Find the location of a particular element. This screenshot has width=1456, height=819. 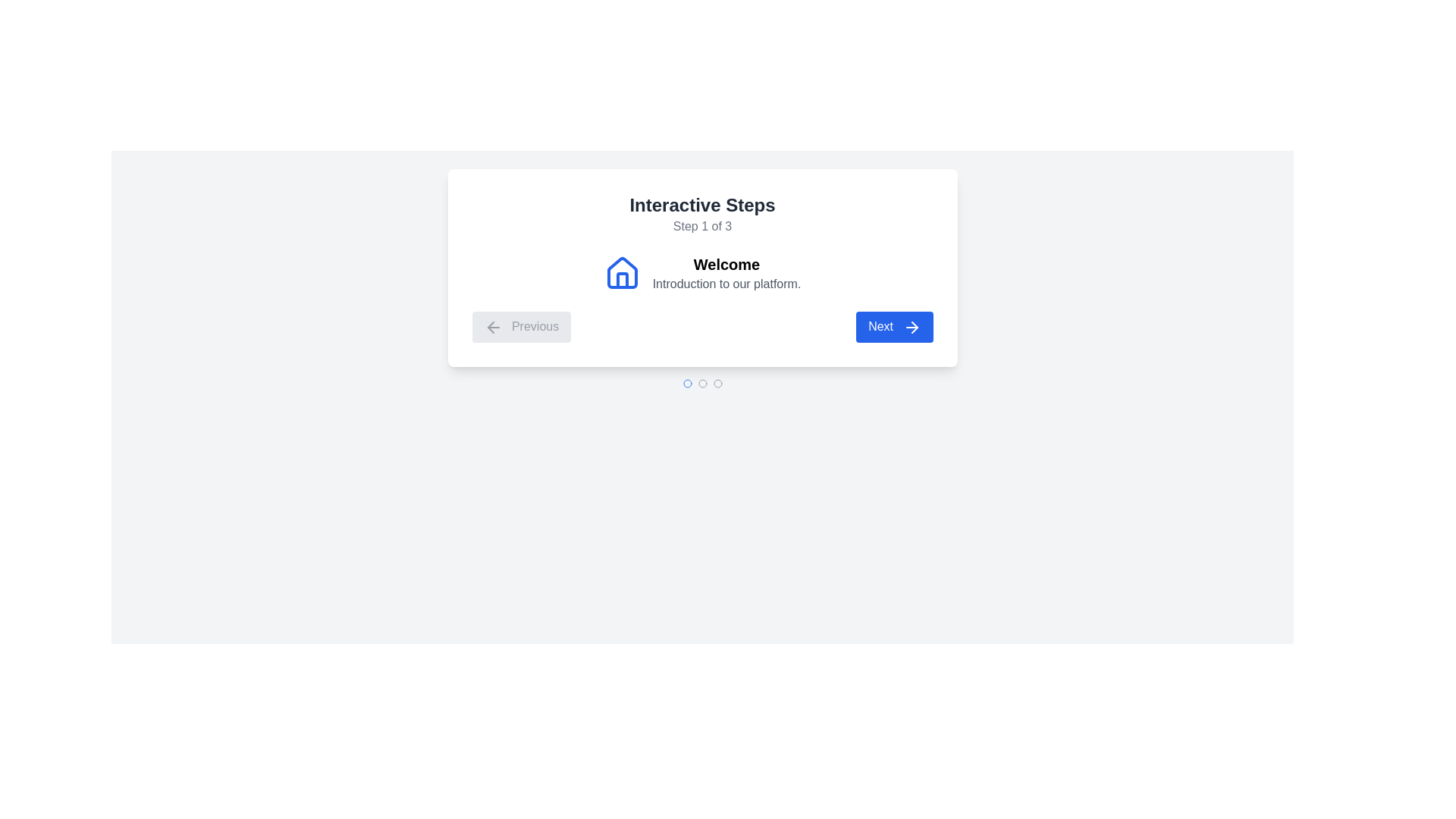

the blue 'Next' button with rounded corners located in the bottom-right section of the interface is located at coordinates (894, 326).